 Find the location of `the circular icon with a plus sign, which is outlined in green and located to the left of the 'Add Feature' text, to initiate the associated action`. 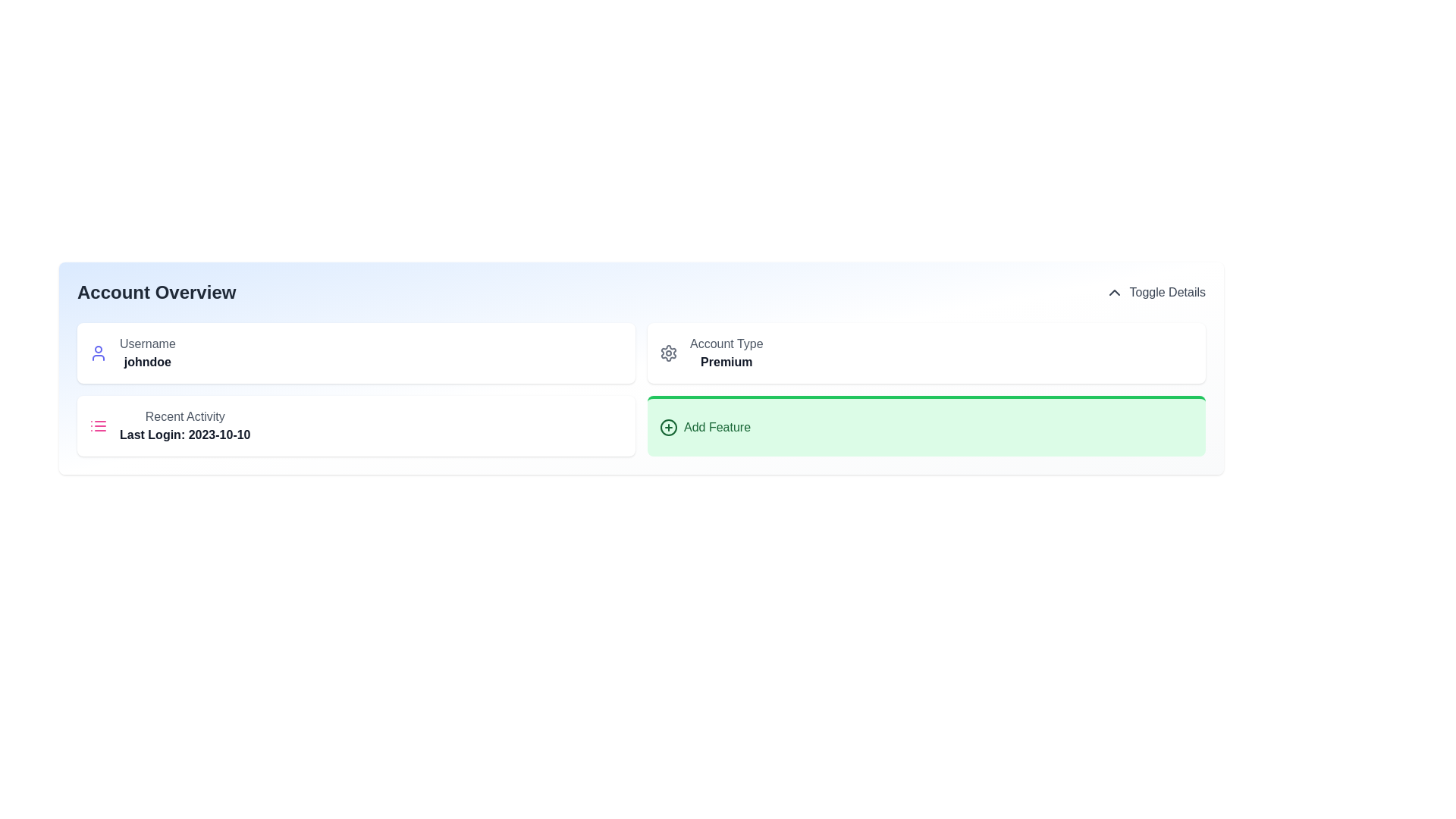

the circular icon with a plus sign, which is outlined in green and located to the left of the 'Add Feature' text, to initiate the associated action is located at coordinates (668, 427).